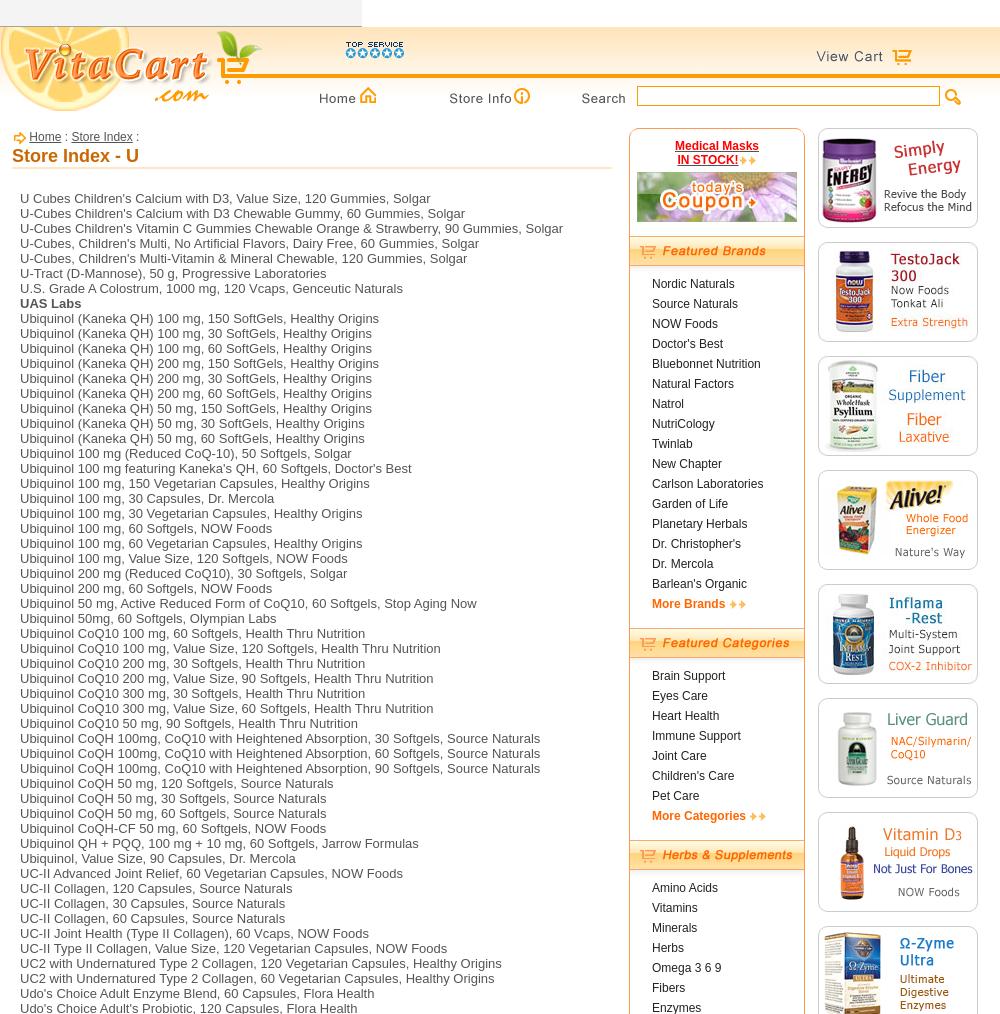  Describe the element at coordinates (280, 752) in the screenshot. I see `'Ubiquinol CoQH 100mg, CoQ10 with Heightened Absorption, 60 Softgels, Source Naturals'` at that location.